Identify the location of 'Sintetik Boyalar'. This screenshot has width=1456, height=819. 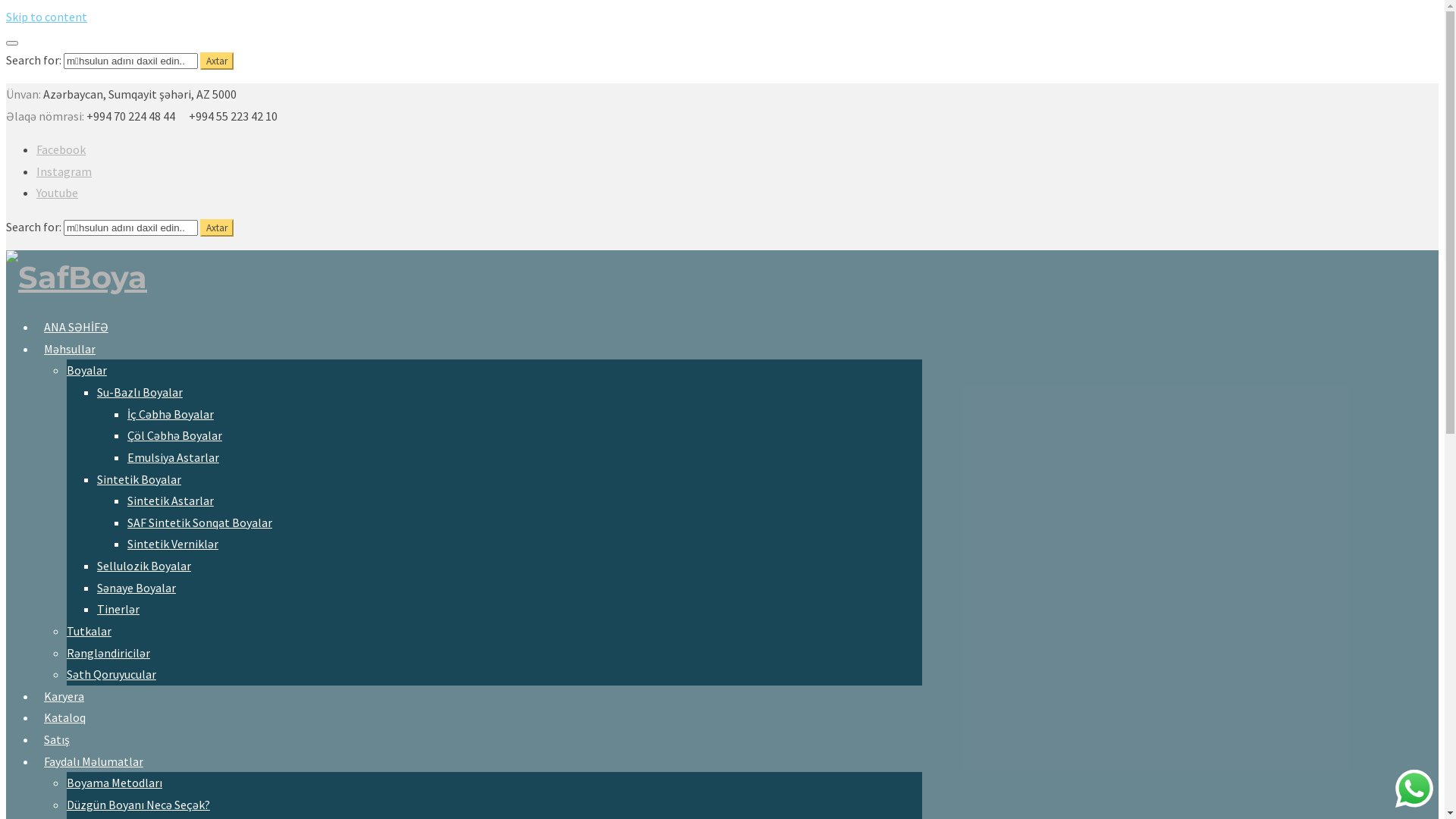
(139, 479).